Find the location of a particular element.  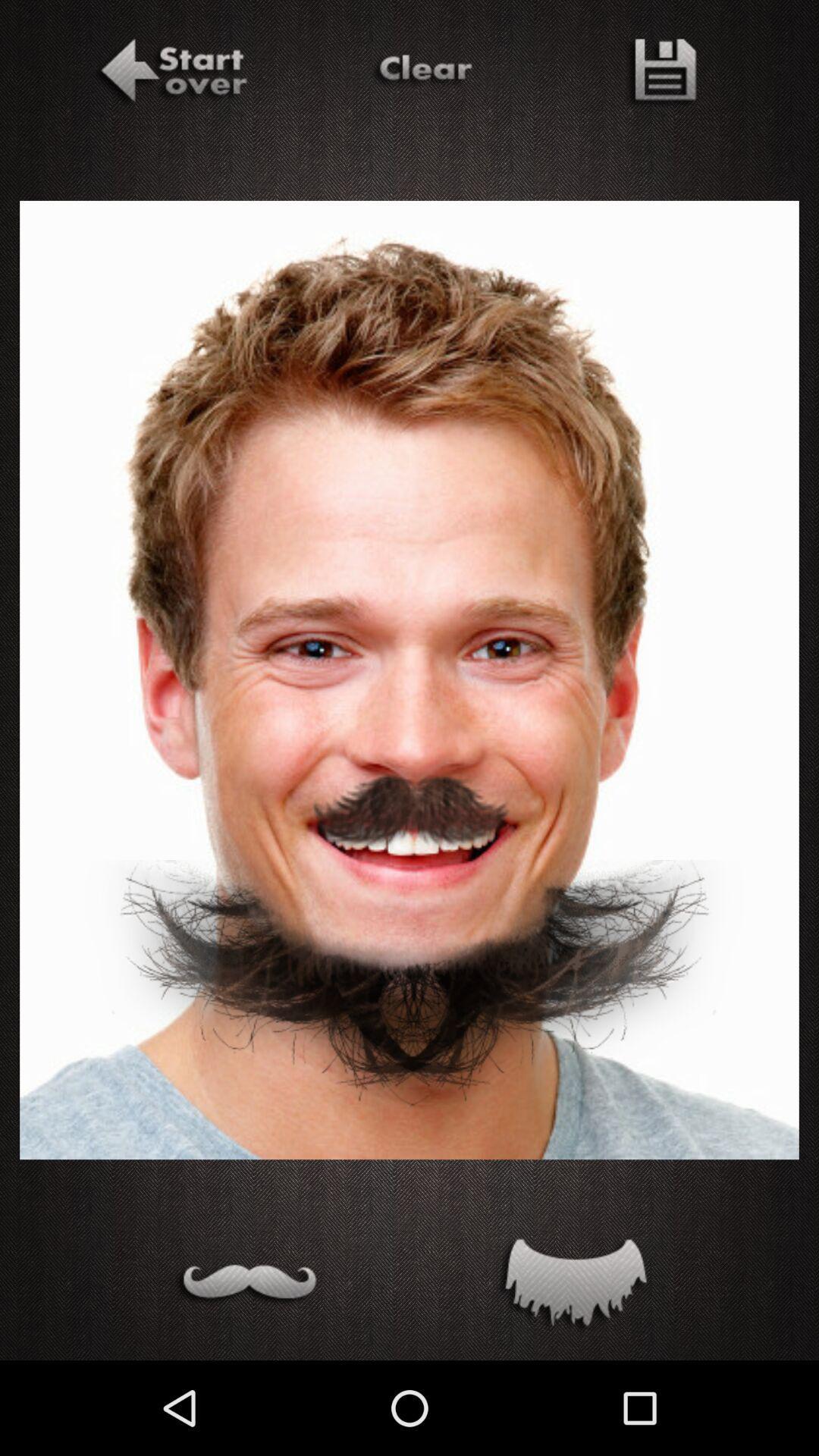

start over is located at coordinates (171, 73).